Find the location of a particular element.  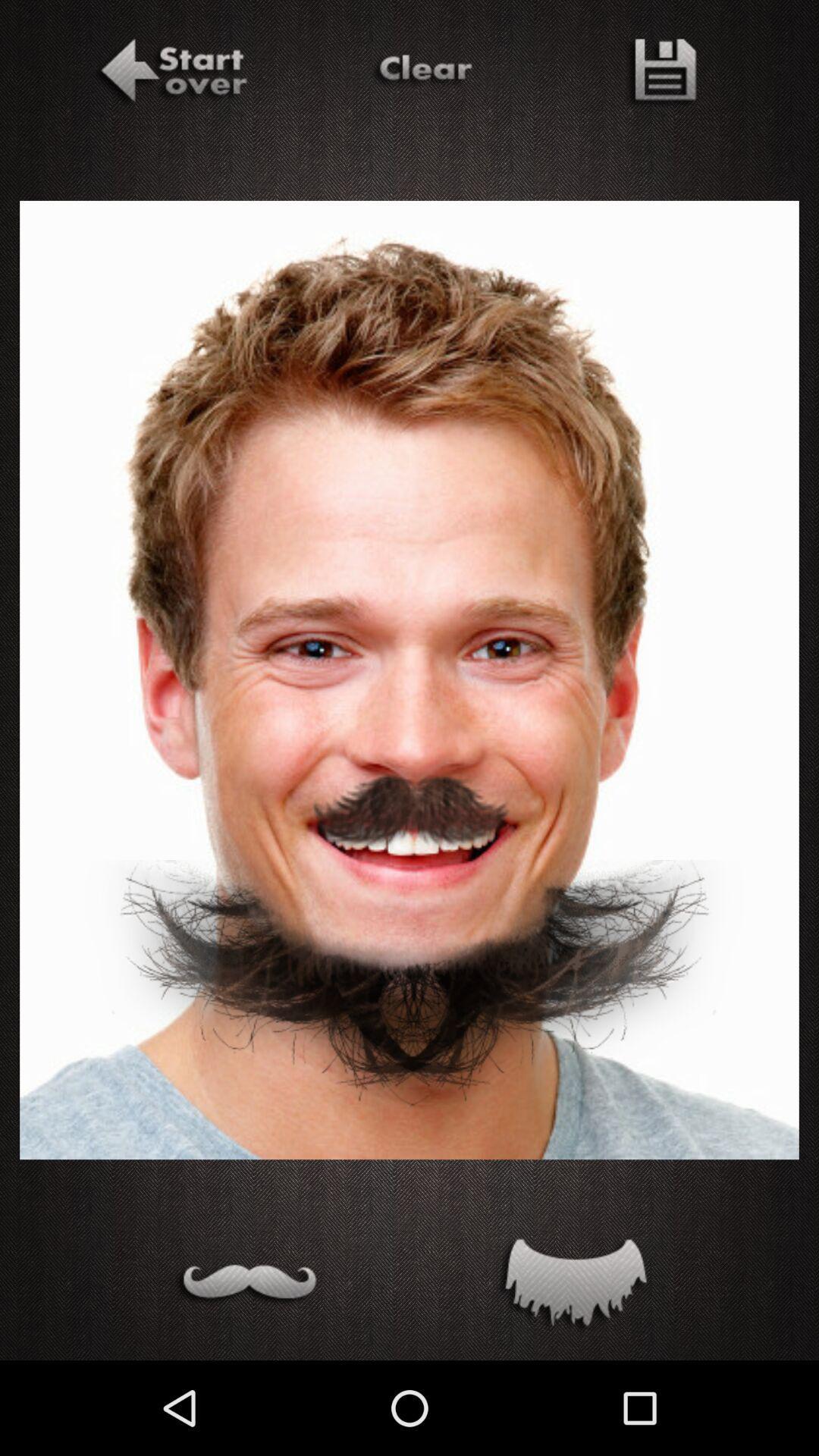

start over is located at coordinates (171, 73).